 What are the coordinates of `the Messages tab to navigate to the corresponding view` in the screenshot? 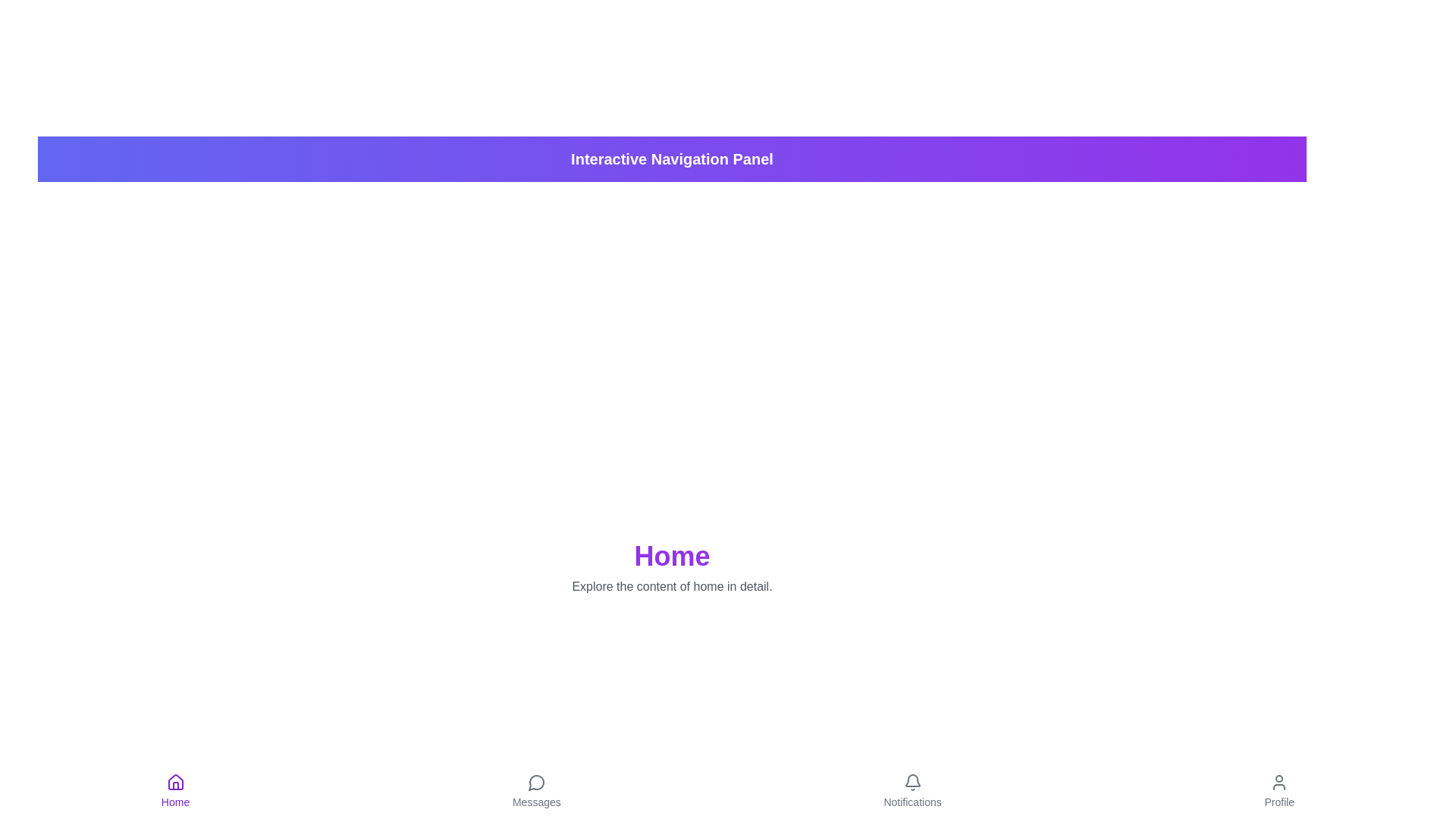 It's located at (536, 791).